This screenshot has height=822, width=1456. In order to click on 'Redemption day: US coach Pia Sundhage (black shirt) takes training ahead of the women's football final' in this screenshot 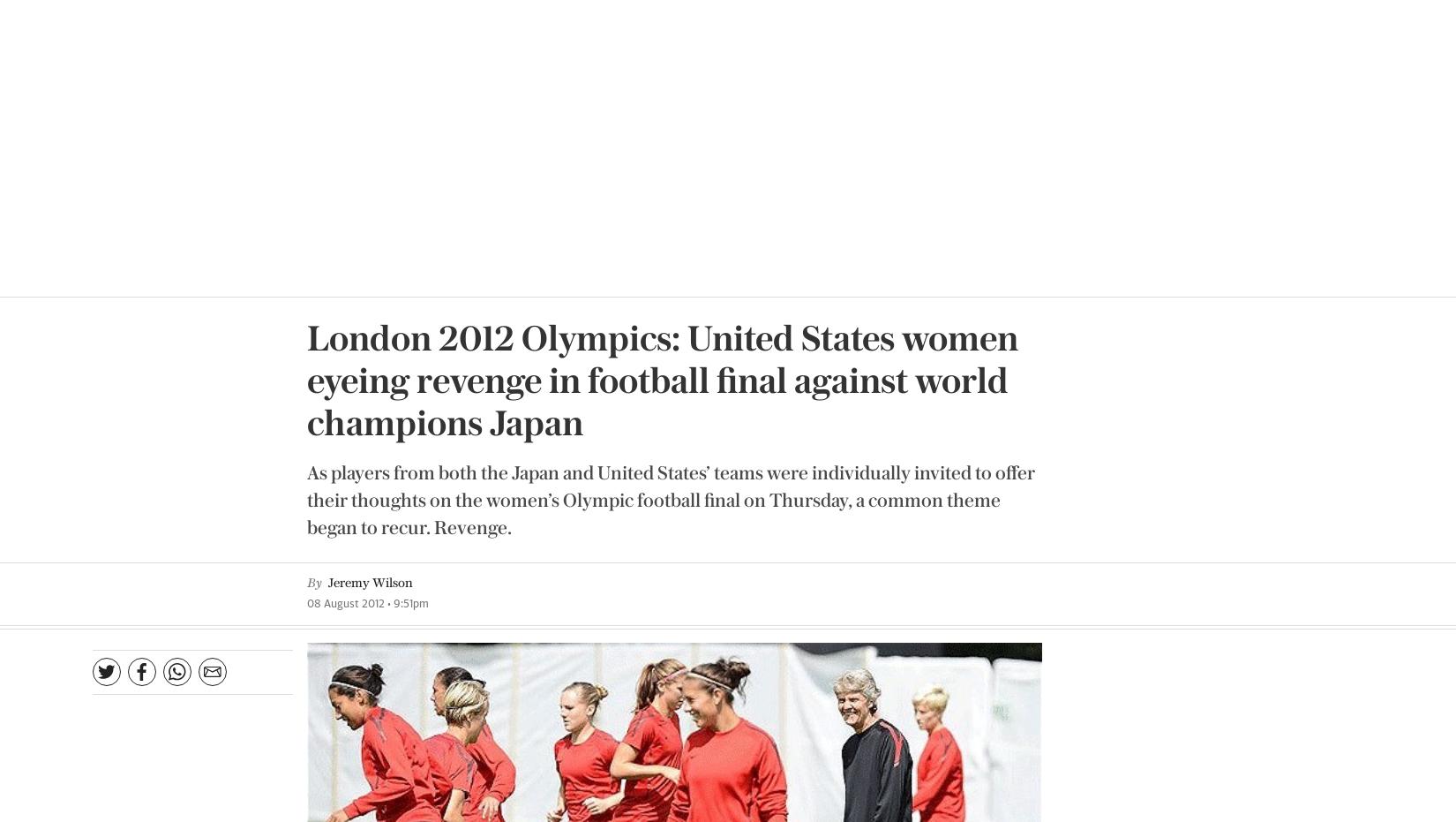, I will do `click(554, 444)`.